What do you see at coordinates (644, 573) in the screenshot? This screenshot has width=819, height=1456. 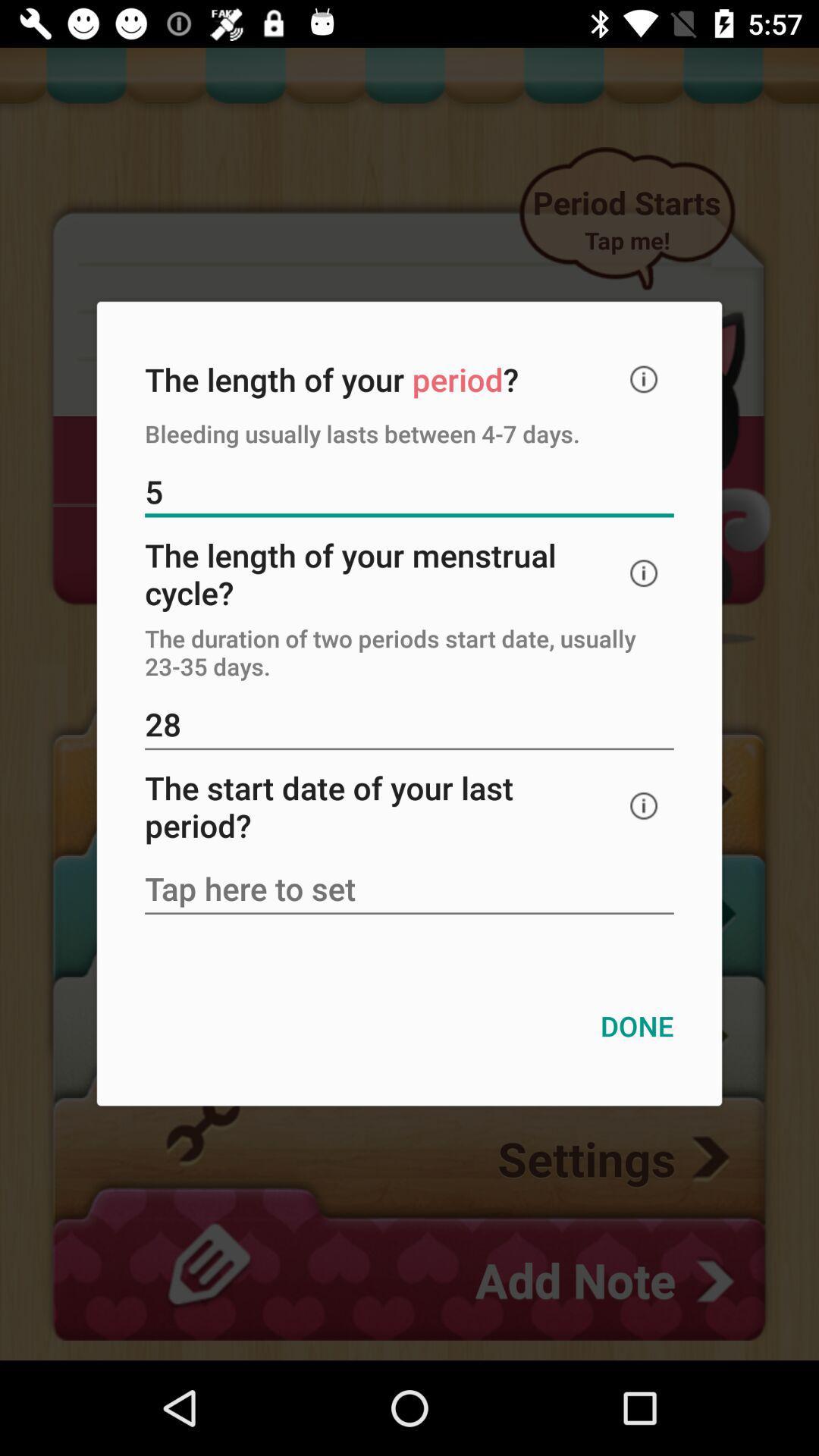 I see `info help` at bounding box center [644, 573].